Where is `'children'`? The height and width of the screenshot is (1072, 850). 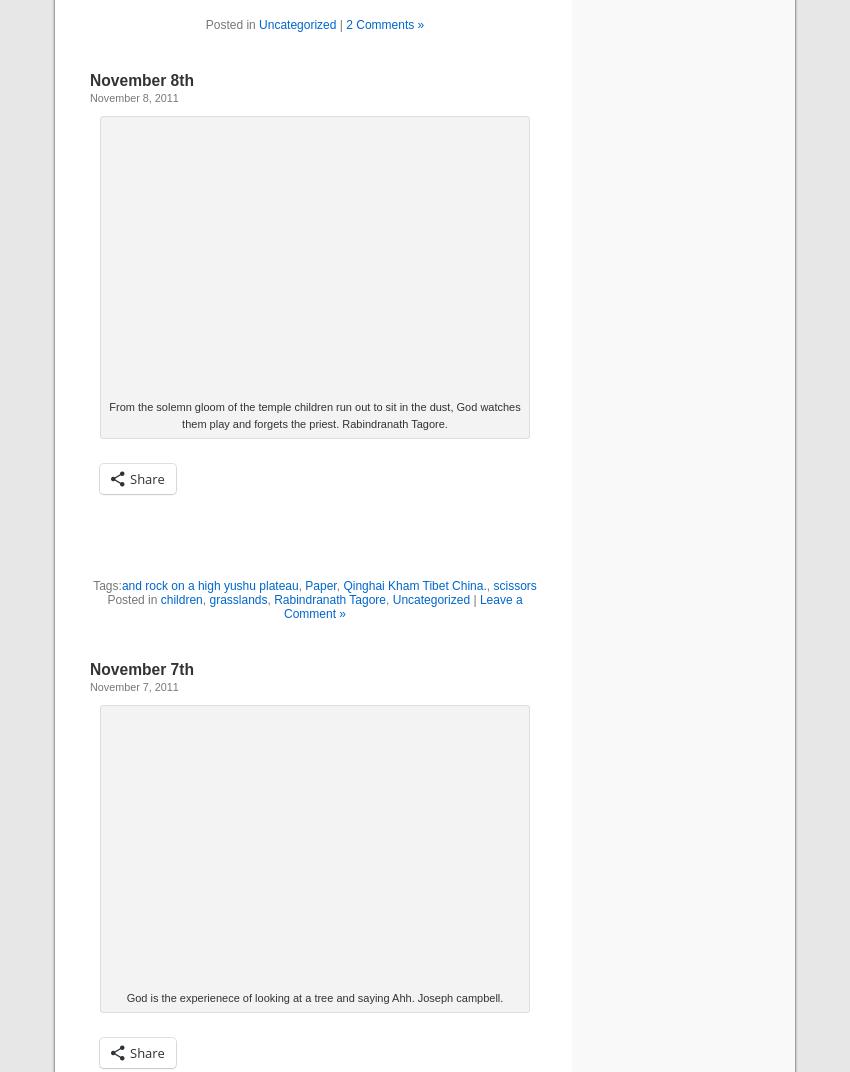 'children' is located at coordinates (179, 598).